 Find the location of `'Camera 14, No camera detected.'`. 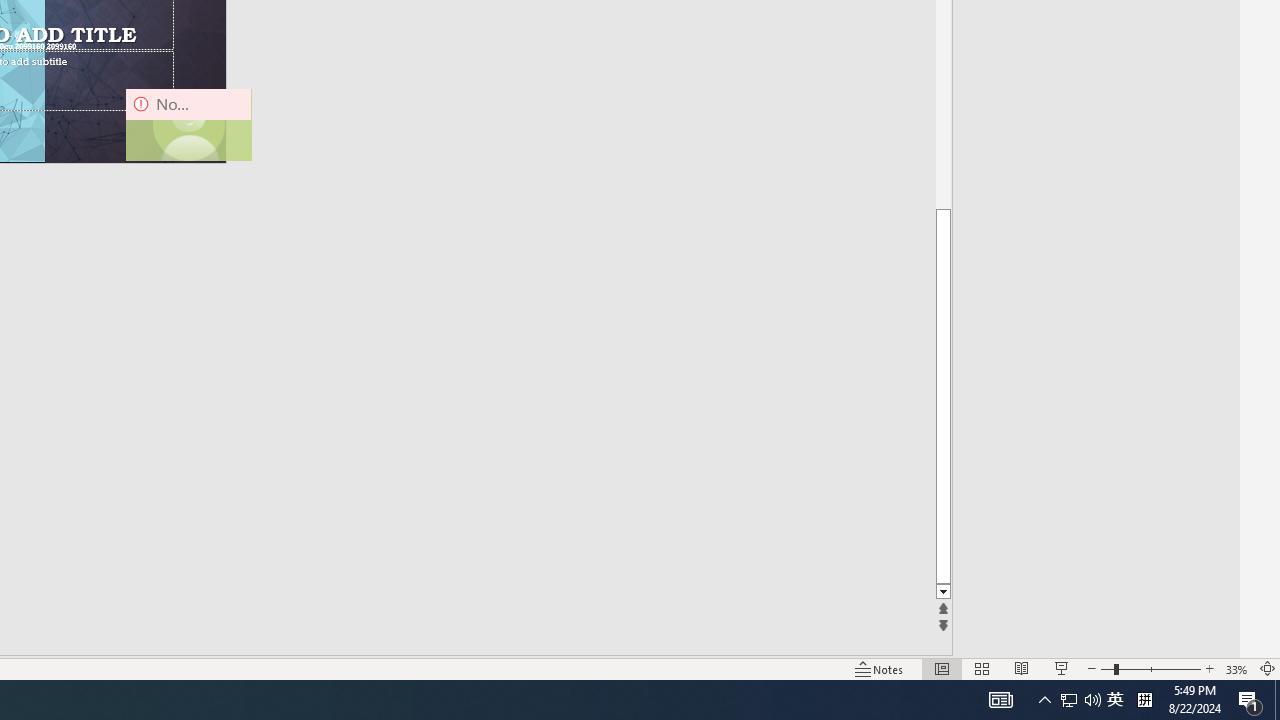

'Camera 14, No camera detected.' is located at coordinates (188, 124).